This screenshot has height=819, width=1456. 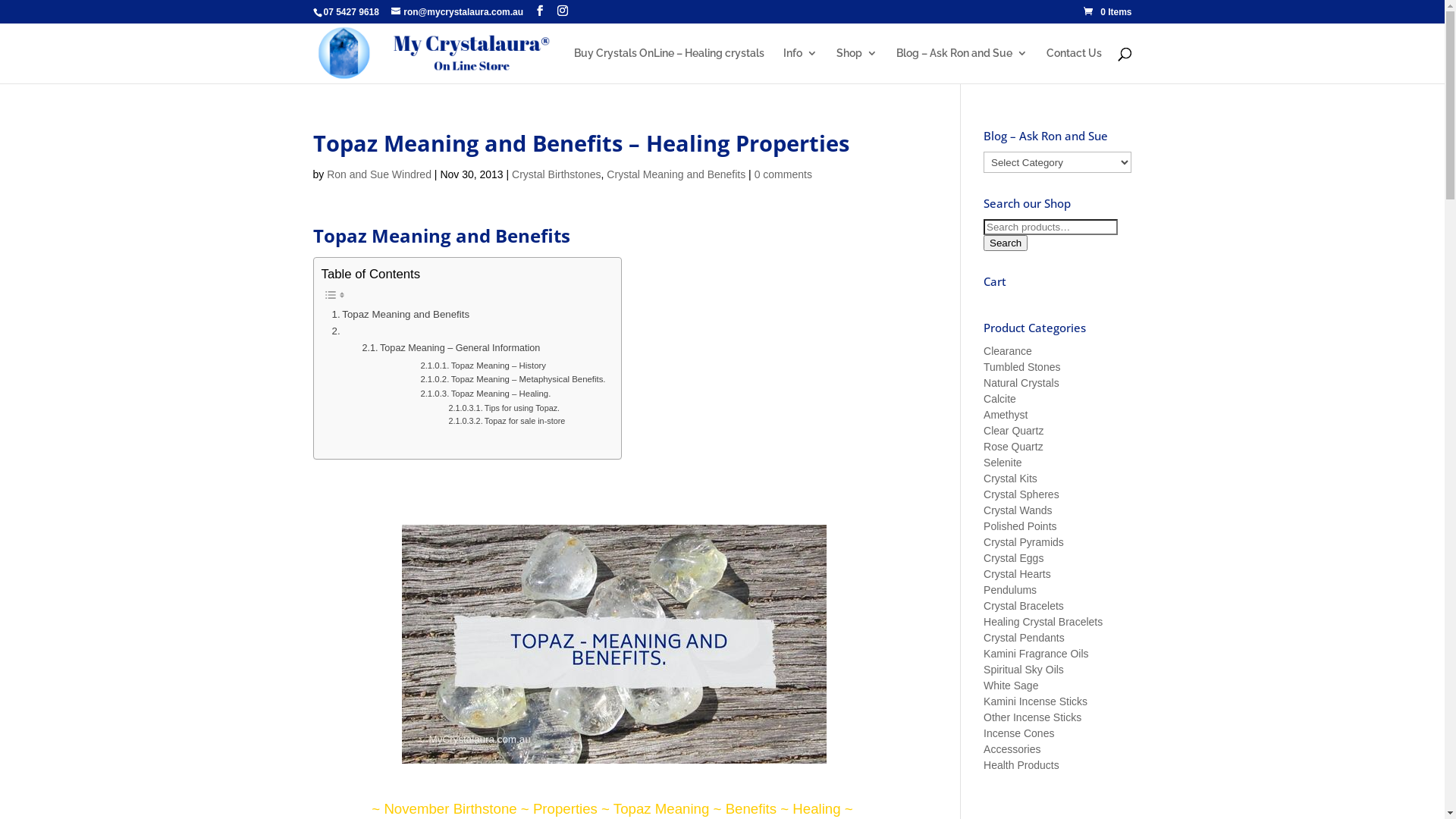 I want to click on 'Crystal Hearts', so click(x=1017, y=573).